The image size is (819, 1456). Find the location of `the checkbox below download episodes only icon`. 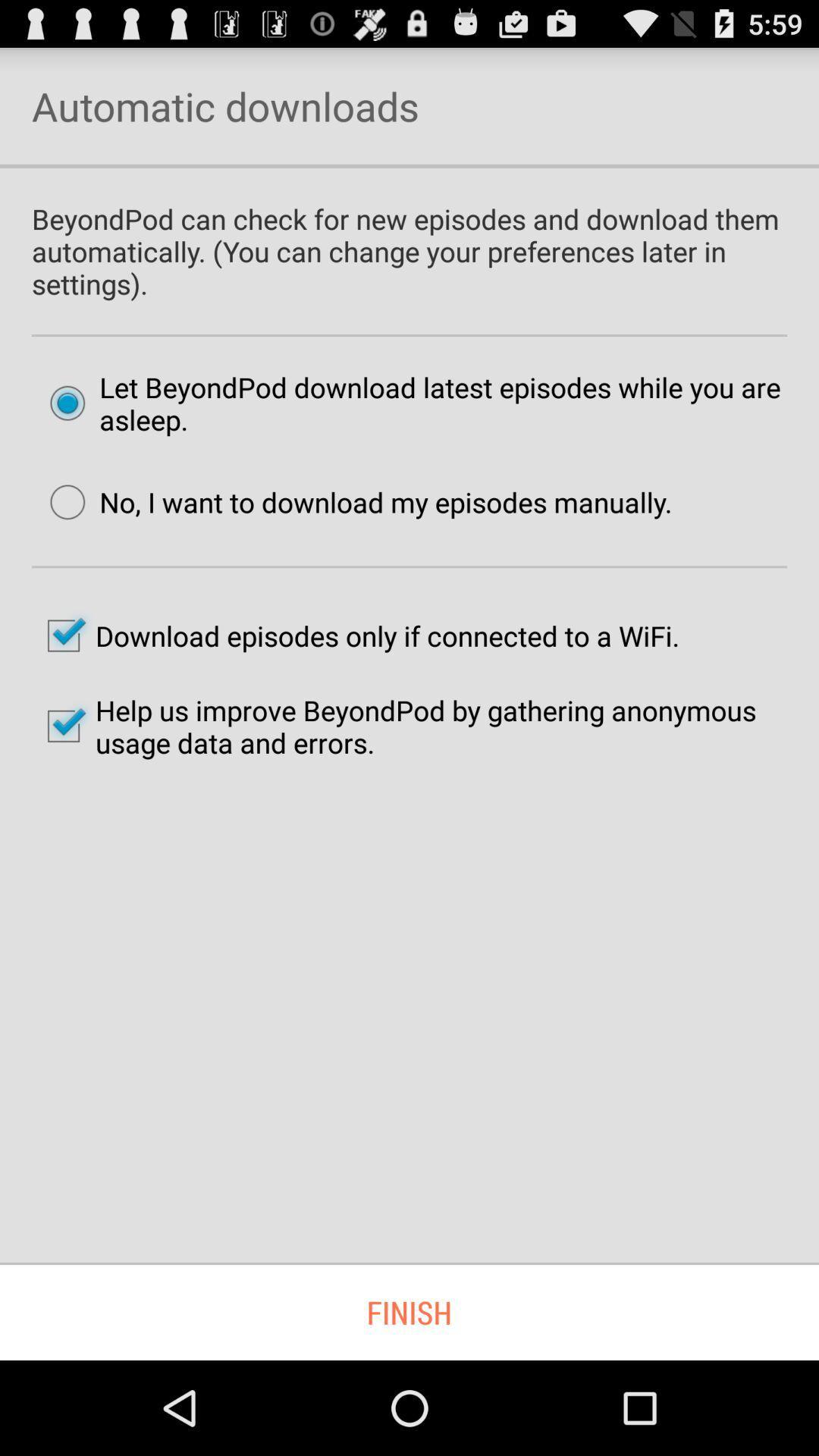

the checkbox below download episodes only icon is located at coordinates (409, 726).